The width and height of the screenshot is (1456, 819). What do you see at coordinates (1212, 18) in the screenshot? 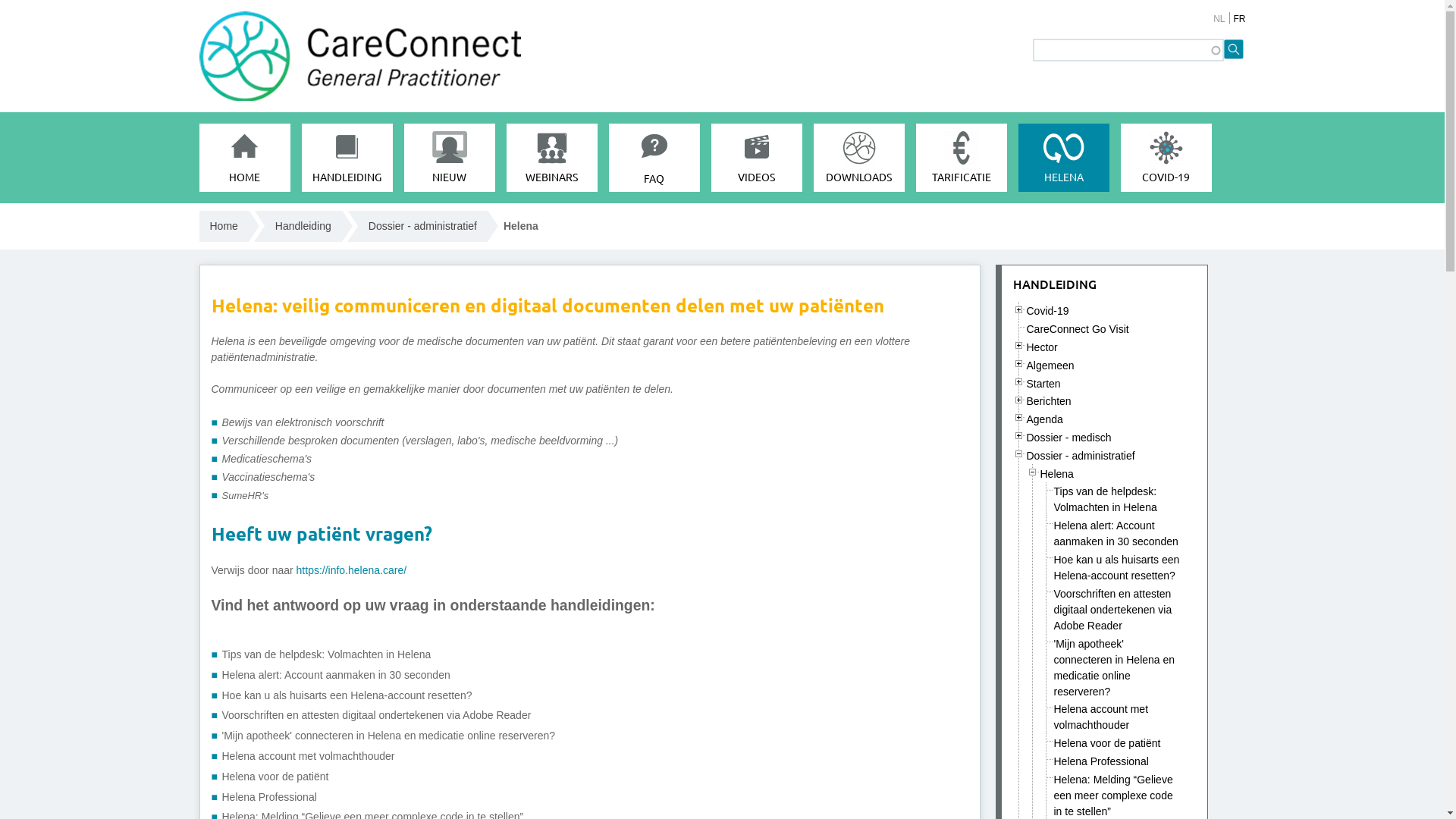
I see `'NL'` at bounding box center [1212, 18].